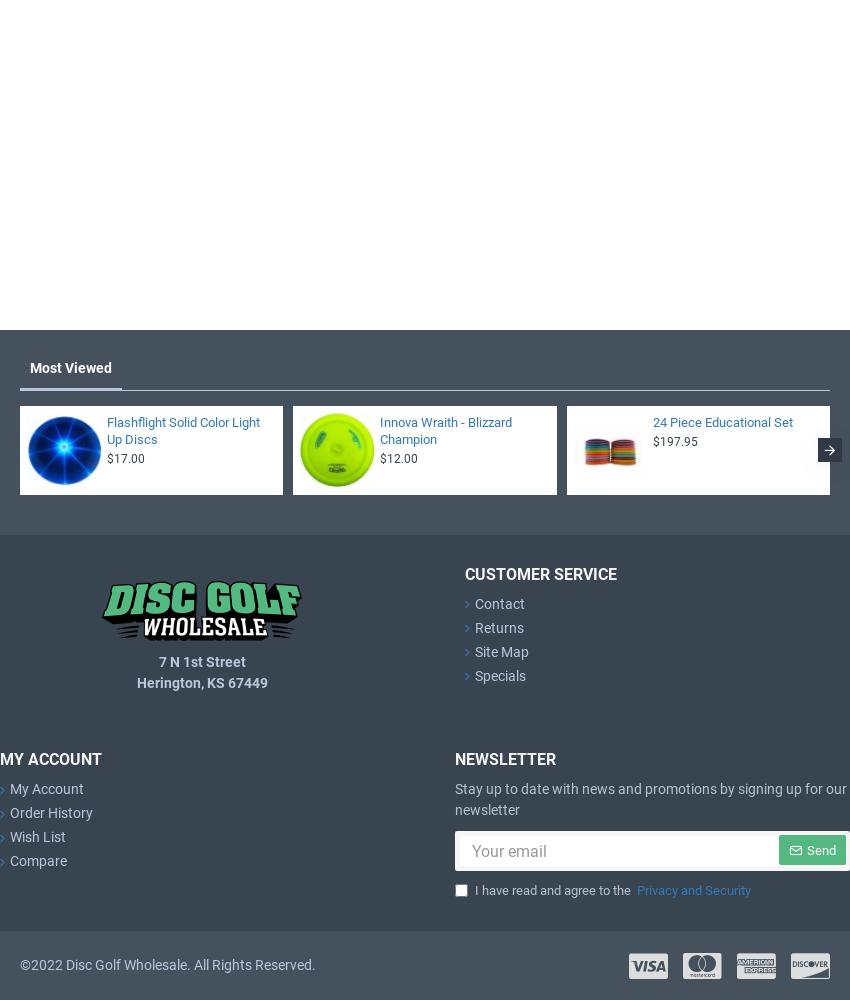 This screenshot has height=1000, width=850. I want to click on '$12.00', so click(398, 457).